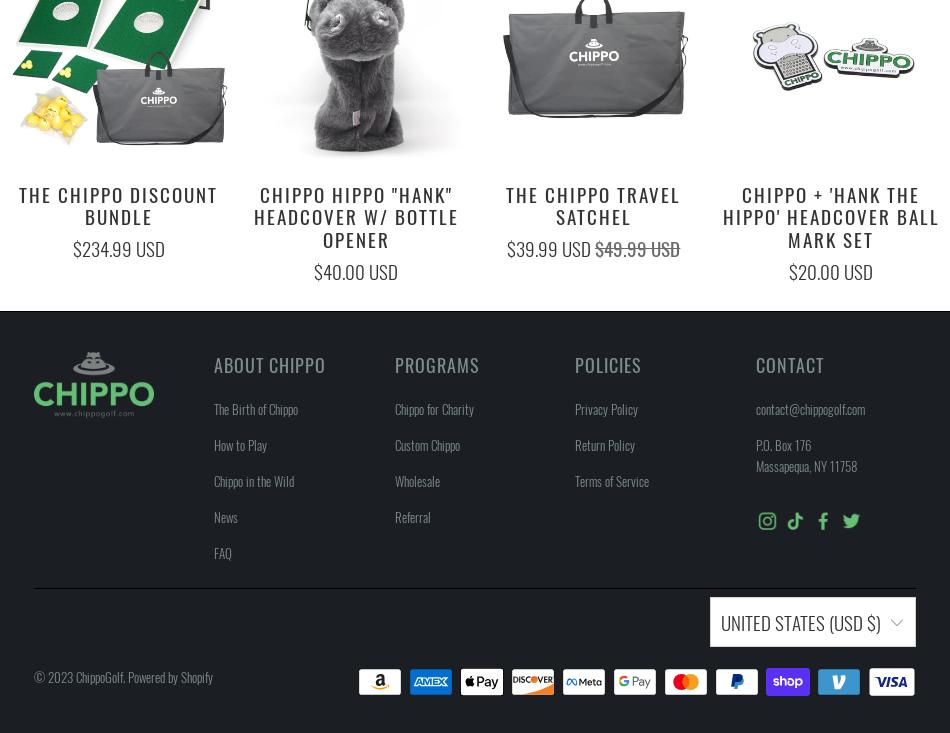 The image size is (950, 733). I want to click on 'Terms of Service', so click(575, 479).